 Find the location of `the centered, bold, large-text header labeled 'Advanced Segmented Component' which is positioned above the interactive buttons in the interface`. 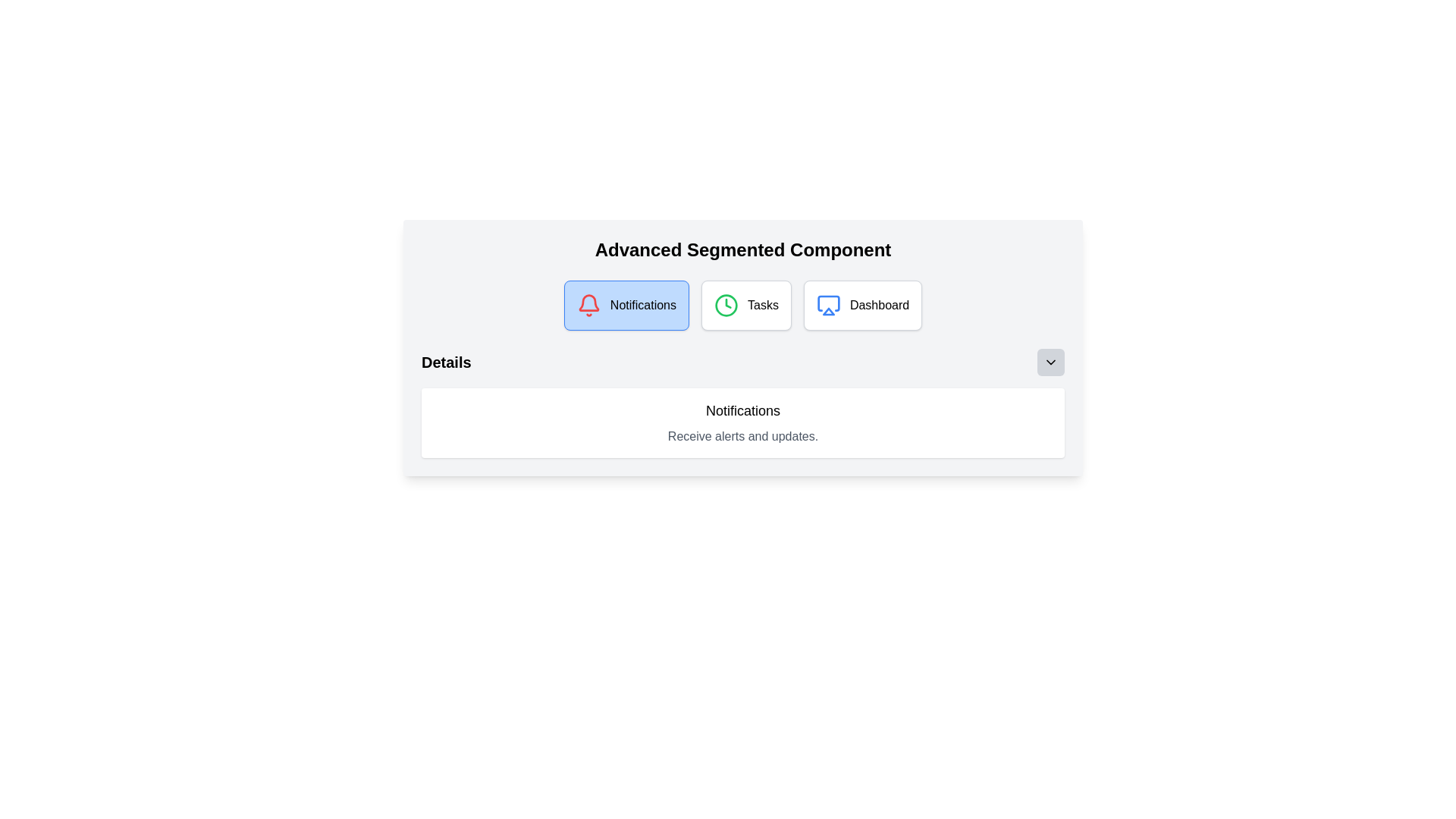

the centered, bold, large-text header labeled 'Advanced Segmented Component' which is positioned above the interactive buttons in the interface is located at coordinates (742, 249).